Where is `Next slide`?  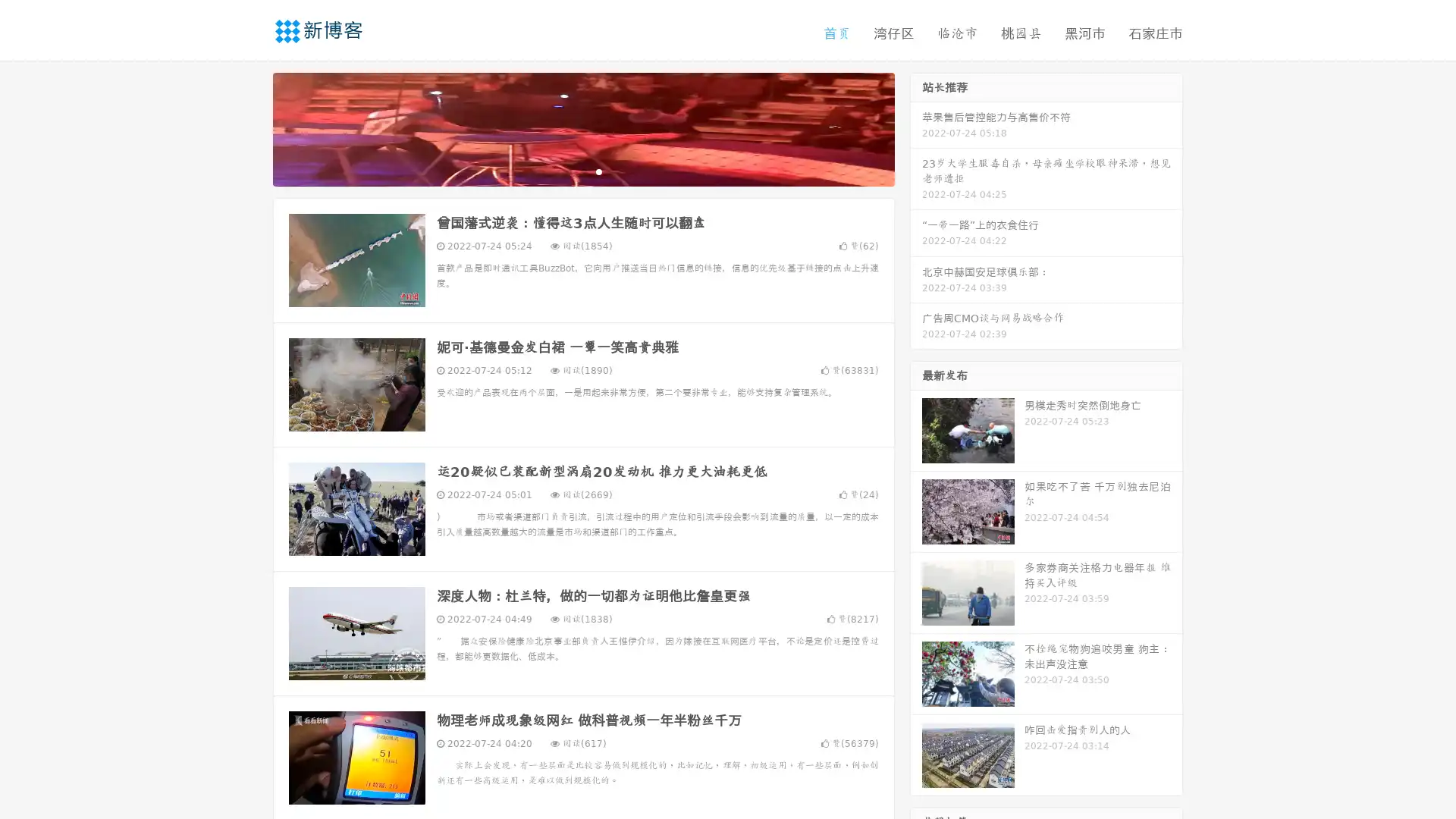 Next slide is located at coordinates (916, 127).